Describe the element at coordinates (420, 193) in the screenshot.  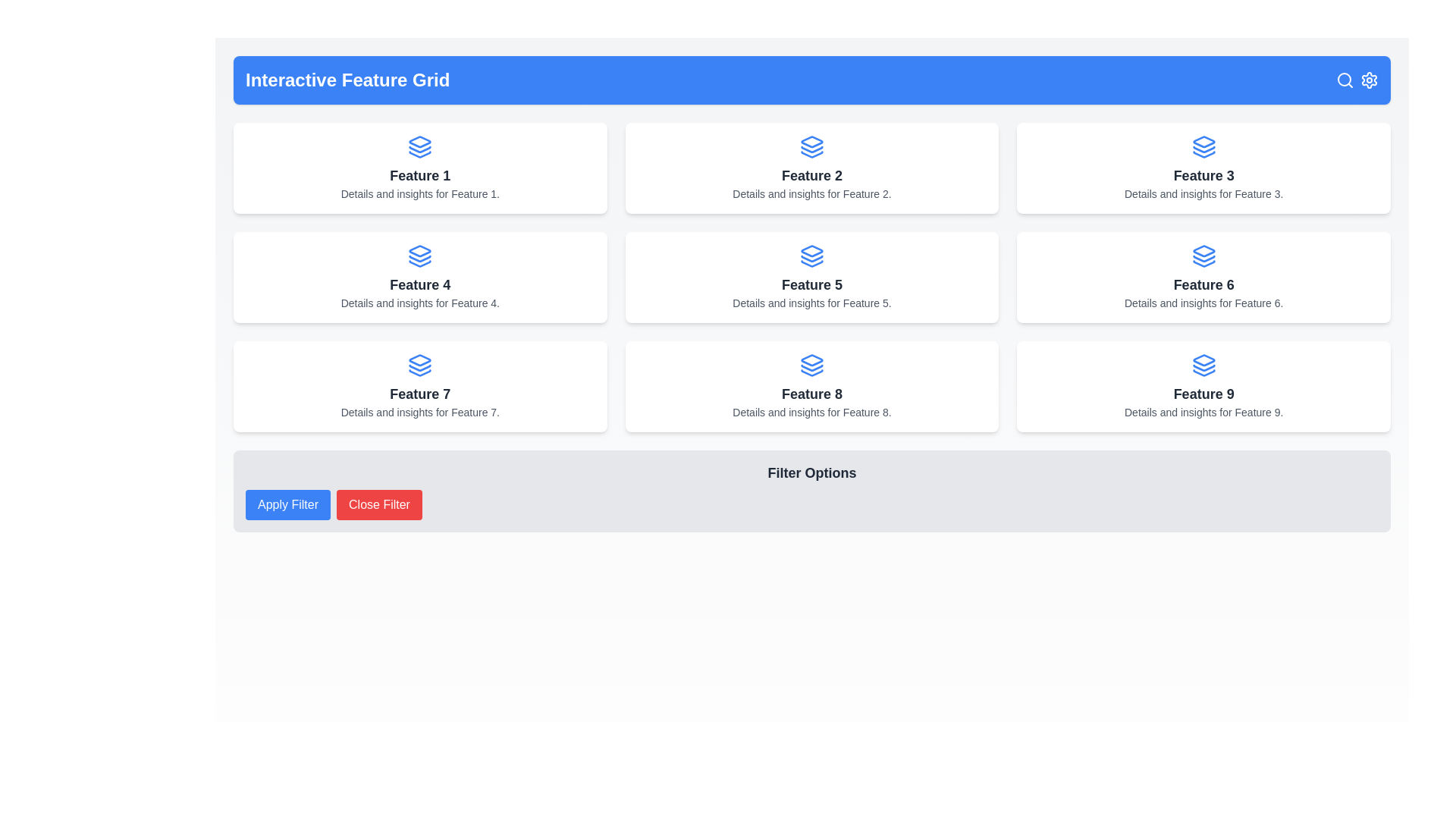
I see `the static text providing additional descriptive information for 'Feature 1' located below the bold text within the card layout in the grid interface` at that location.